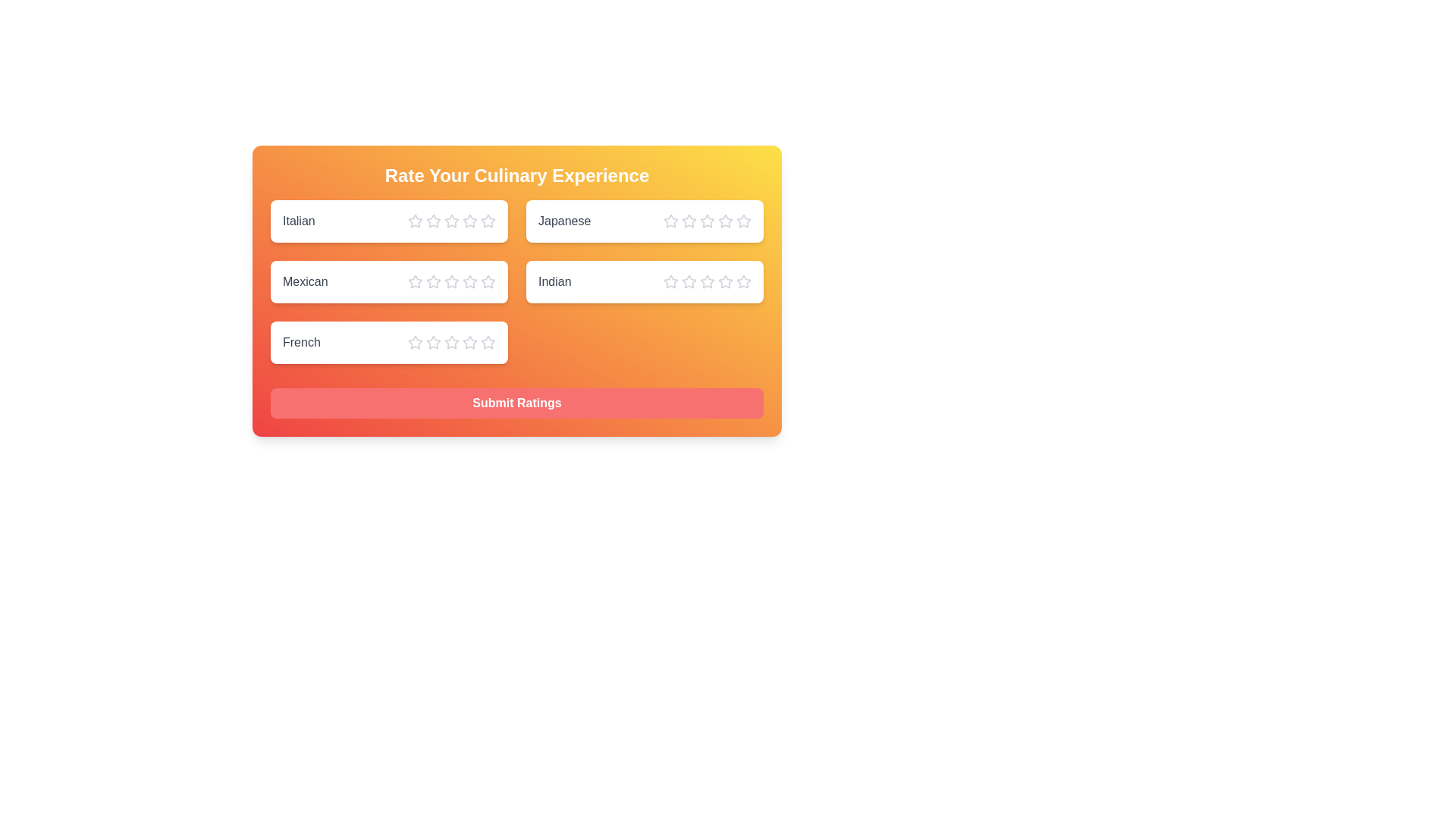  What do you see at coordinates (516, 403) in the screenshot?
I see `the 'Submit Ratings' button to finalize the rating` at bounding box center [516, 403].